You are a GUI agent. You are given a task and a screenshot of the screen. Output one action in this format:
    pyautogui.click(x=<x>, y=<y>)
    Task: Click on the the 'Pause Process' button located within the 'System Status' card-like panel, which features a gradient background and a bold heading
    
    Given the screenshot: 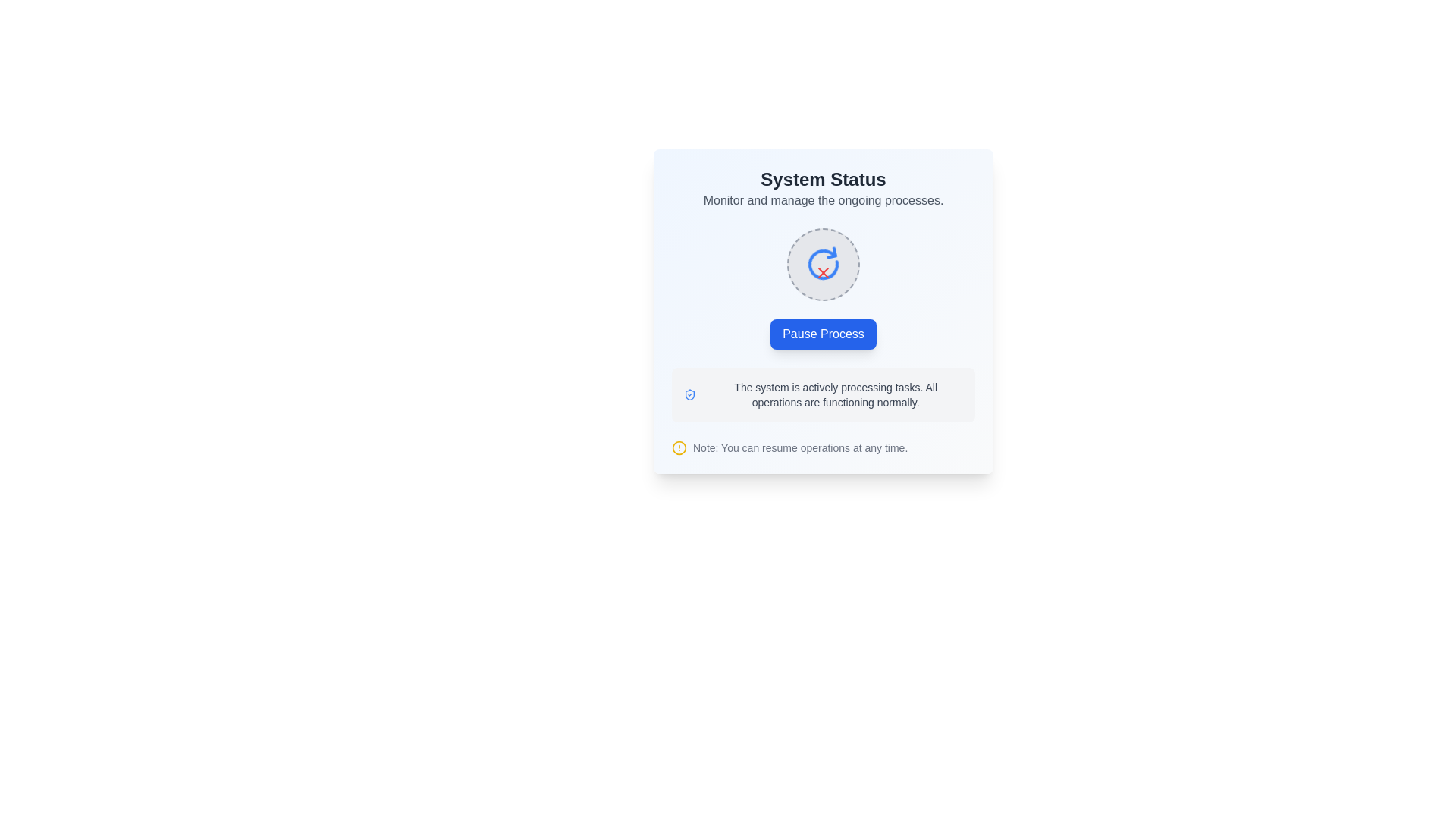 What is the action you would take?
    pyautogui.click(x=822, y=311)
    